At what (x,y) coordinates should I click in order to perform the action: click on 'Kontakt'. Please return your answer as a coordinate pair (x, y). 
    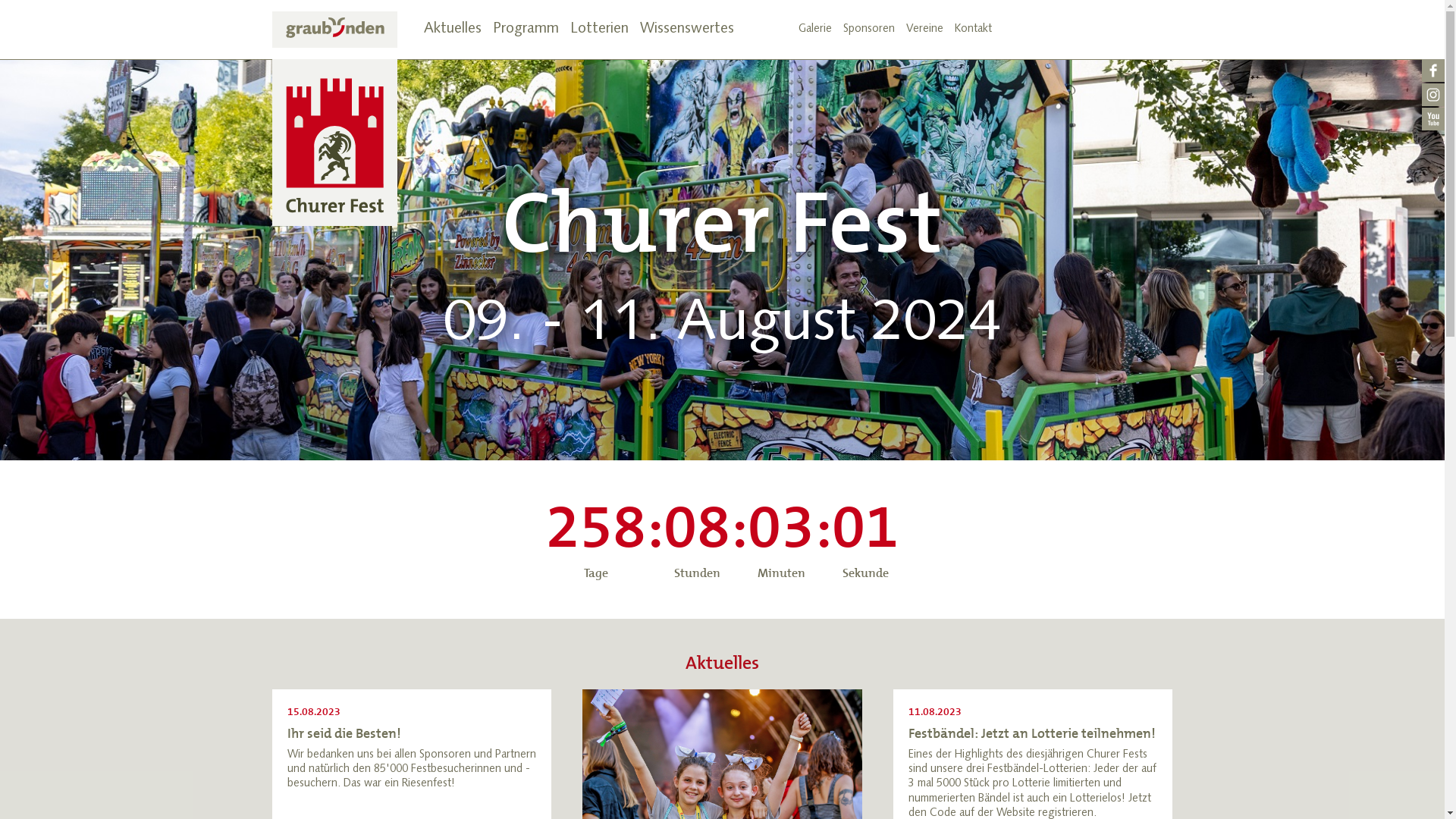
    Looking at the image, I should click on (972, 29).